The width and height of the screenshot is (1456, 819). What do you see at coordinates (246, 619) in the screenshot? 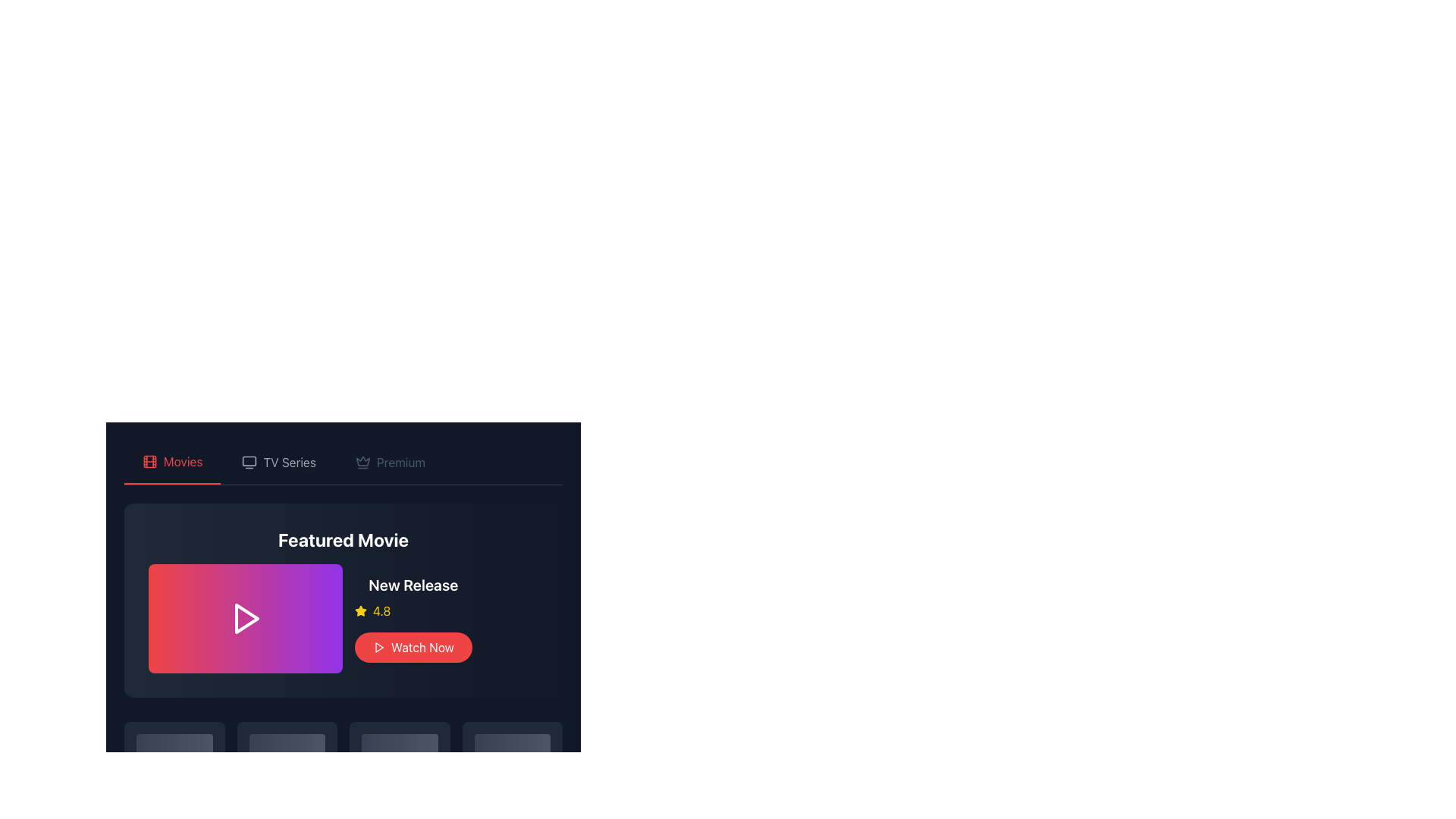
I see `the triangular play button icon, which is white and located inside a gradient pink and purple rectangle in the 'Featured Movie' section` at bounding box center [246, 619].